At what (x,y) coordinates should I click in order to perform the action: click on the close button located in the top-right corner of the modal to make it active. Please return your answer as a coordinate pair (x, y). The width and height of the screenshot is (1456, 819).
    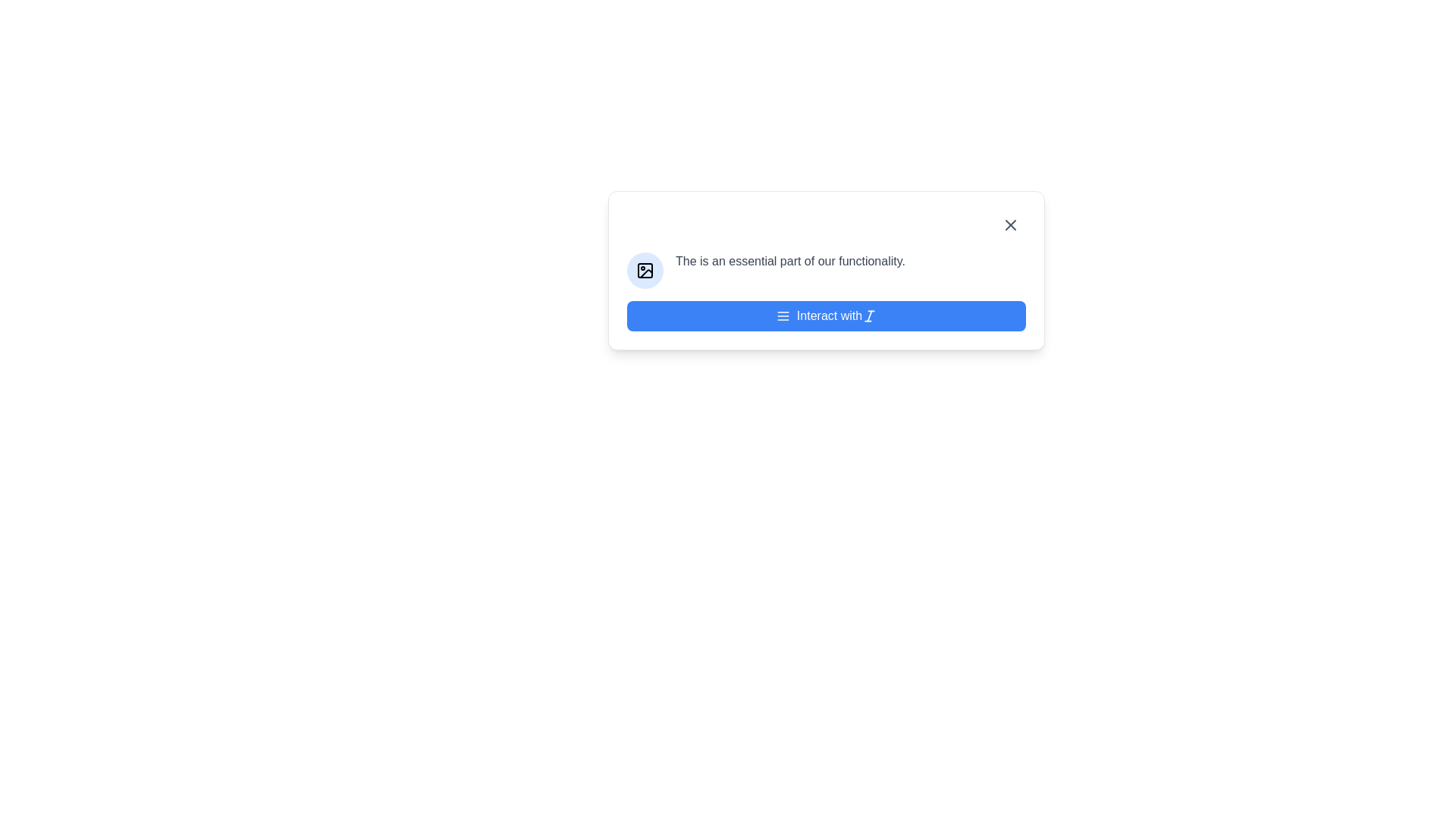
    Looking at the image, I should click on (1011, 225).